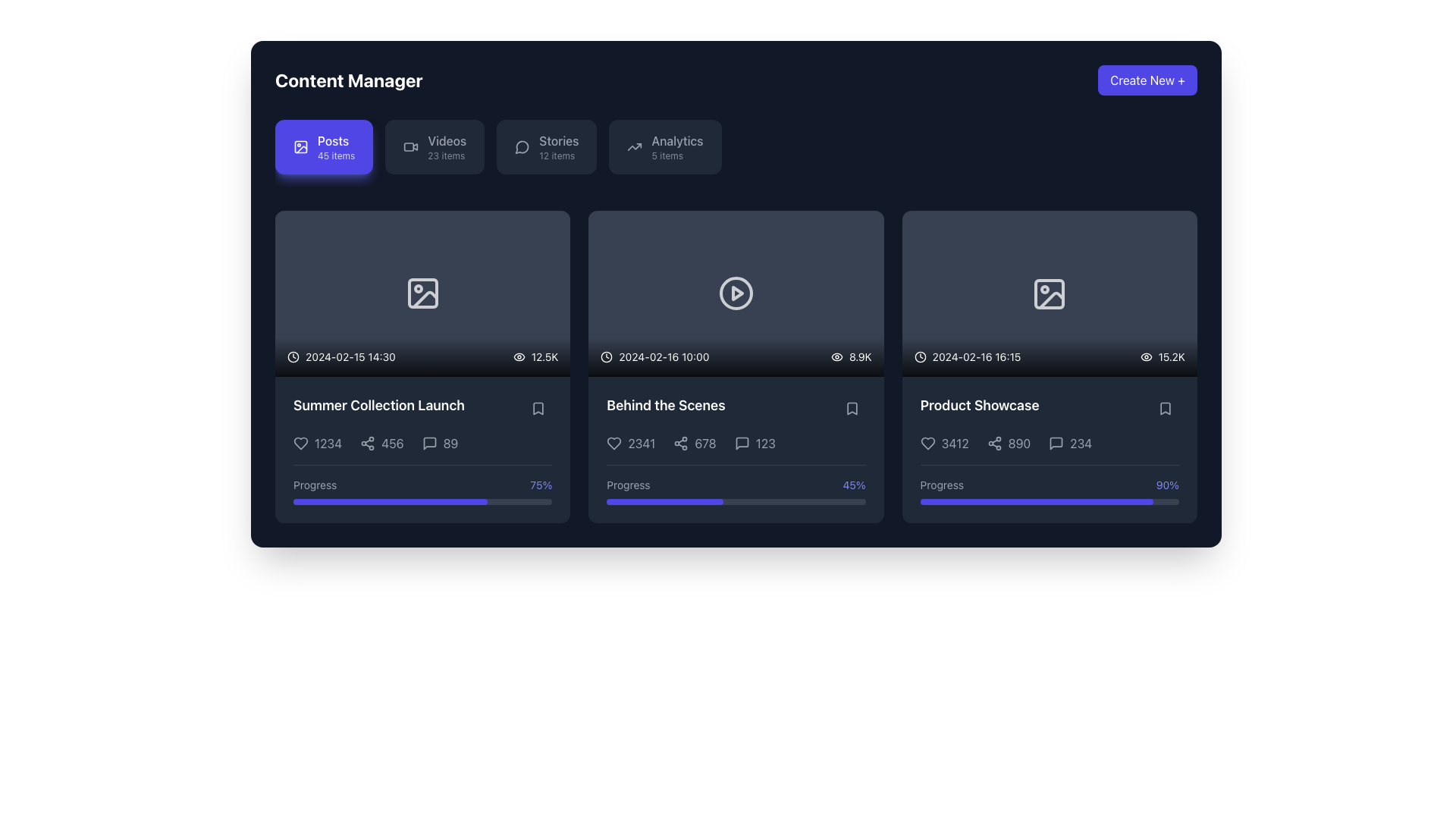 The height and width of the screenshot is (819, 1456). I want to click on the text label displaying 'Summer Collection Launch', which is bold and large-sized, located beneath an image placeholder in the first card of a horizontally aligned card list, so click(378, 405).